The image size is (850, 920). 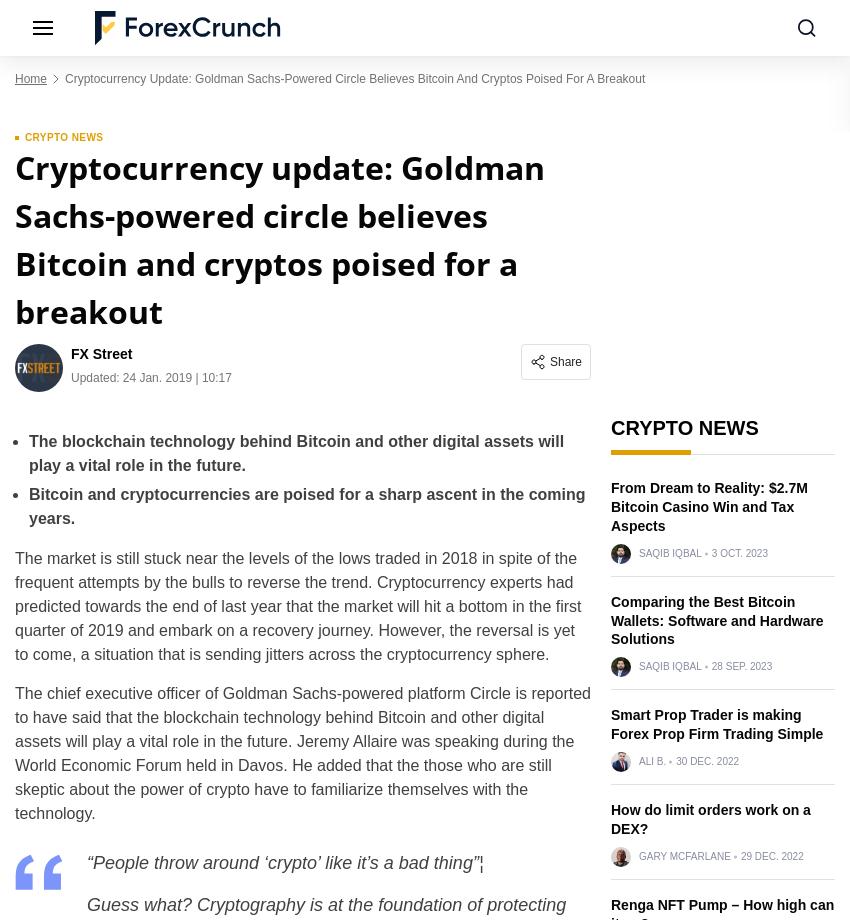 I want to click on 'Gary McFarlane', so click(x=683, y=854).